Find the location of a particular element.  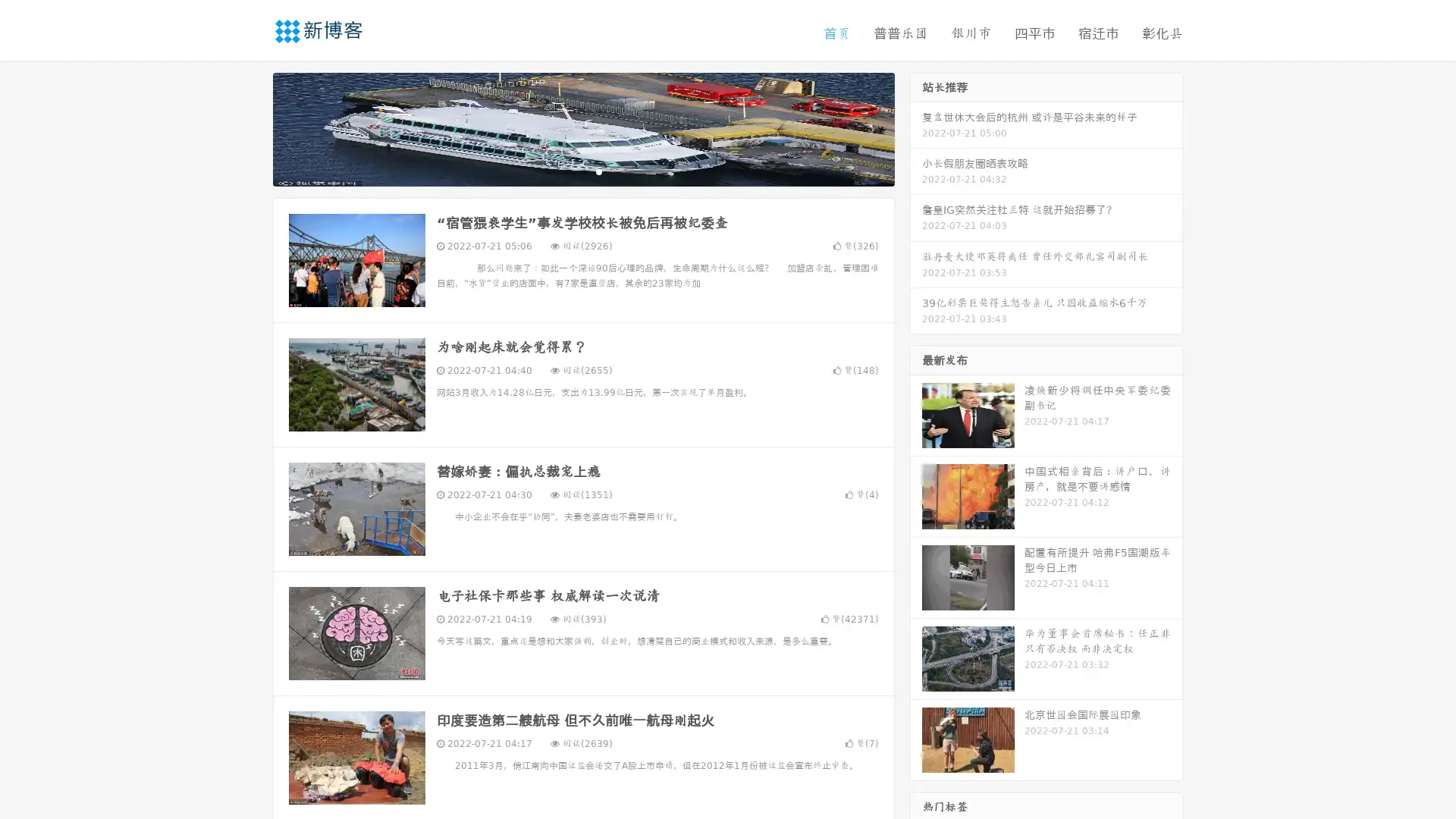

Next slide is located at coordinates (916, 127).